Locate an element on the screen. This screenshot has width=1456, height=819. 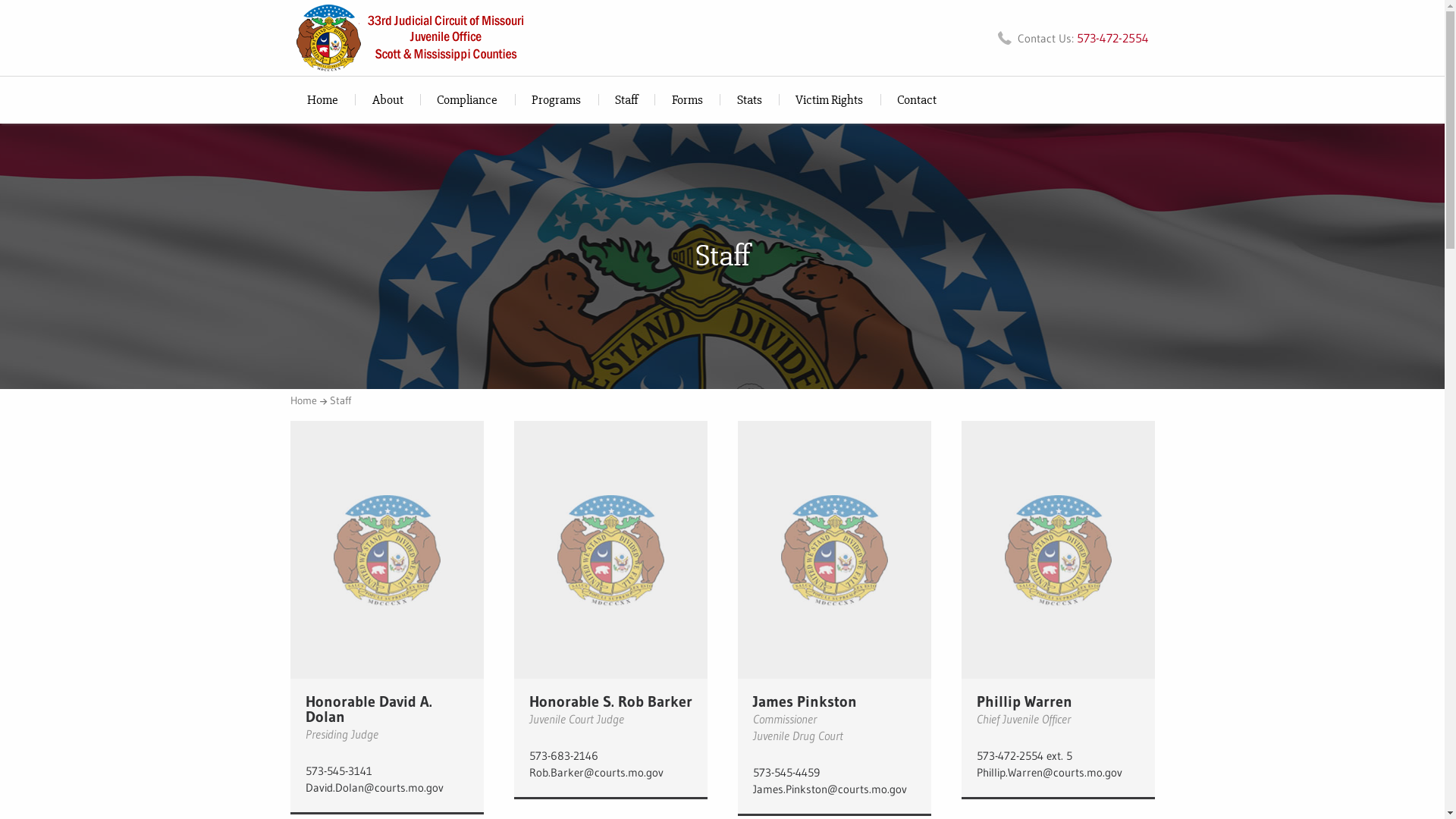
'573-472-2554' is located at coordinates (1112, 37).